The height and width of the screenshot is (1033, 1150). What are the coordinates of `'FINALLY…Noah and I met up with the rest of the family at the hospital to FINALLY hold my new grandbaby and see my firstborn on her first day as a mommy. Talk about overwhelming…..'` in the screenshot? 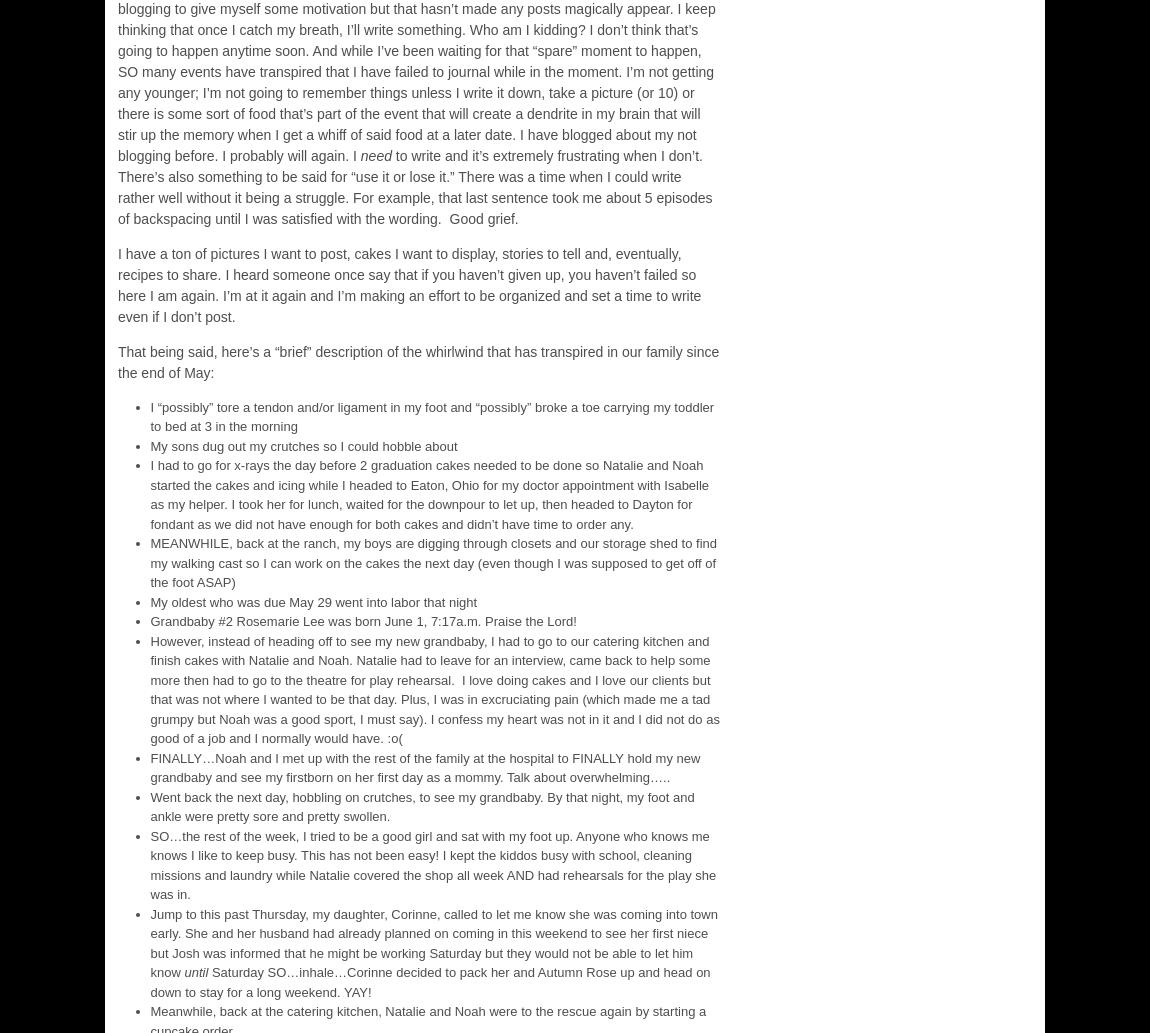 It's located at (425, 767).